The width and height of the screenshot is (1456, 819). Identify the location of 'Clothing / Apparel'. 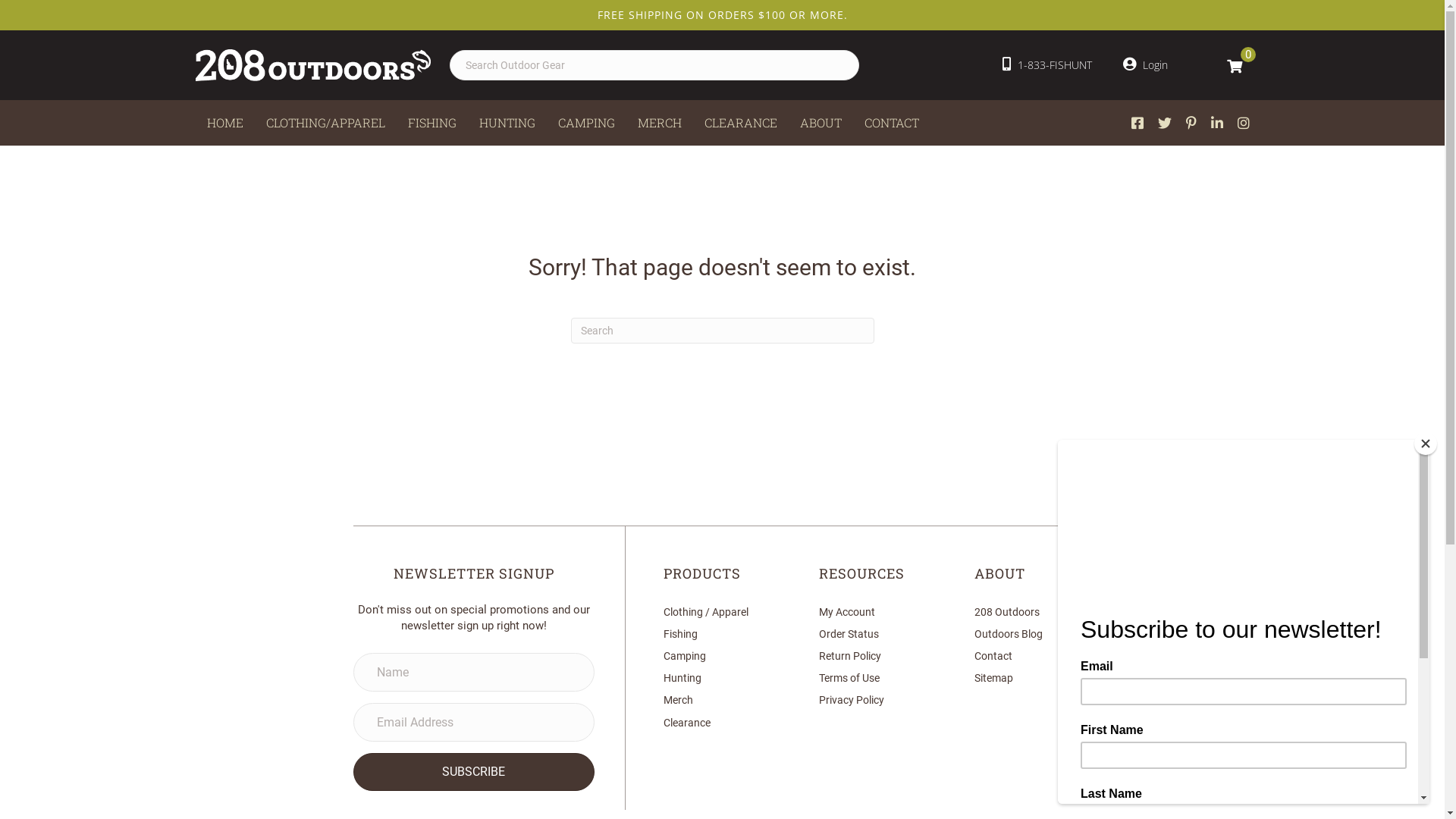
(663, 610).